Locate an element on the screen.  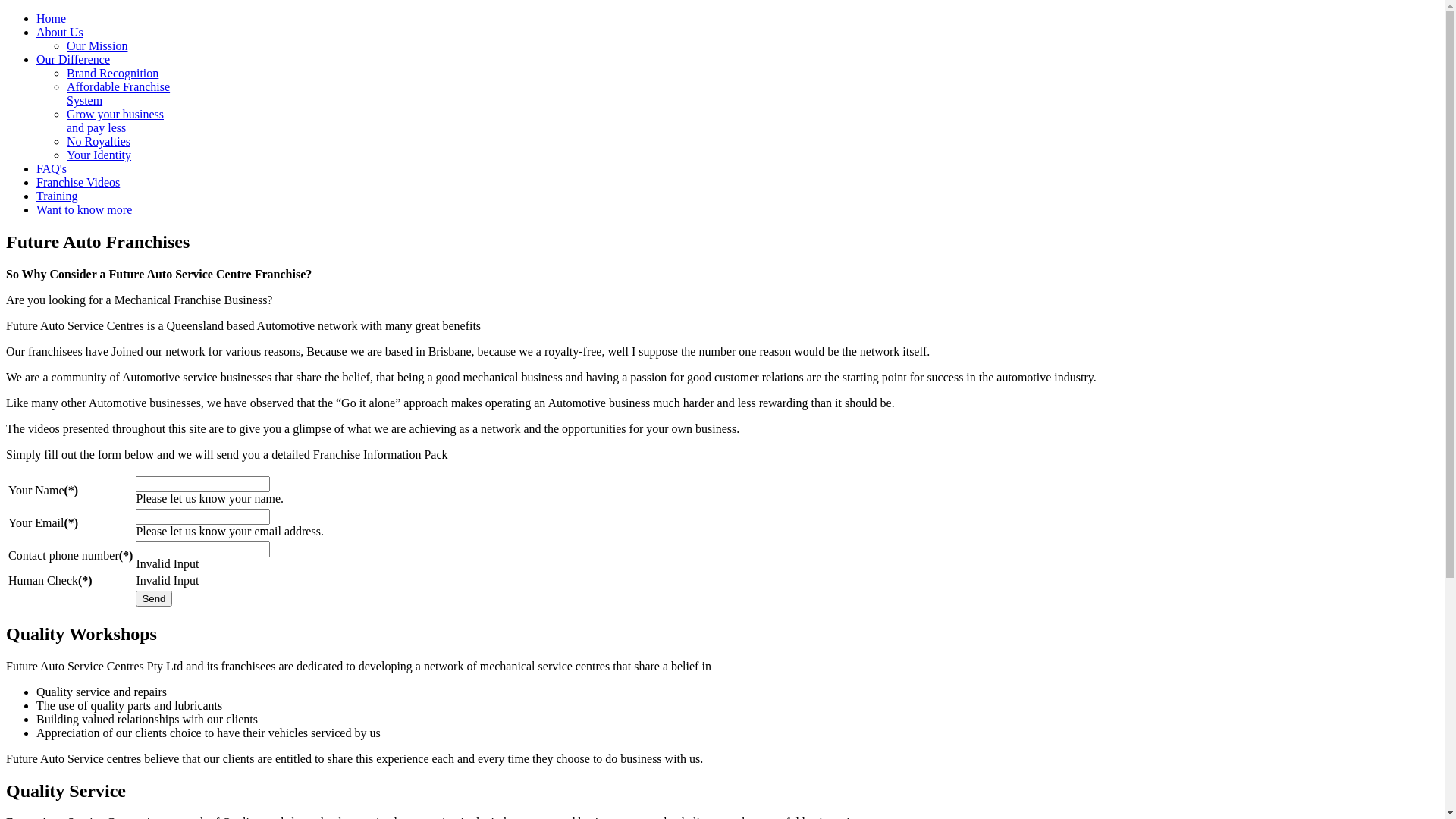
'Brand Recognition' is located at coordinates (111, 73).